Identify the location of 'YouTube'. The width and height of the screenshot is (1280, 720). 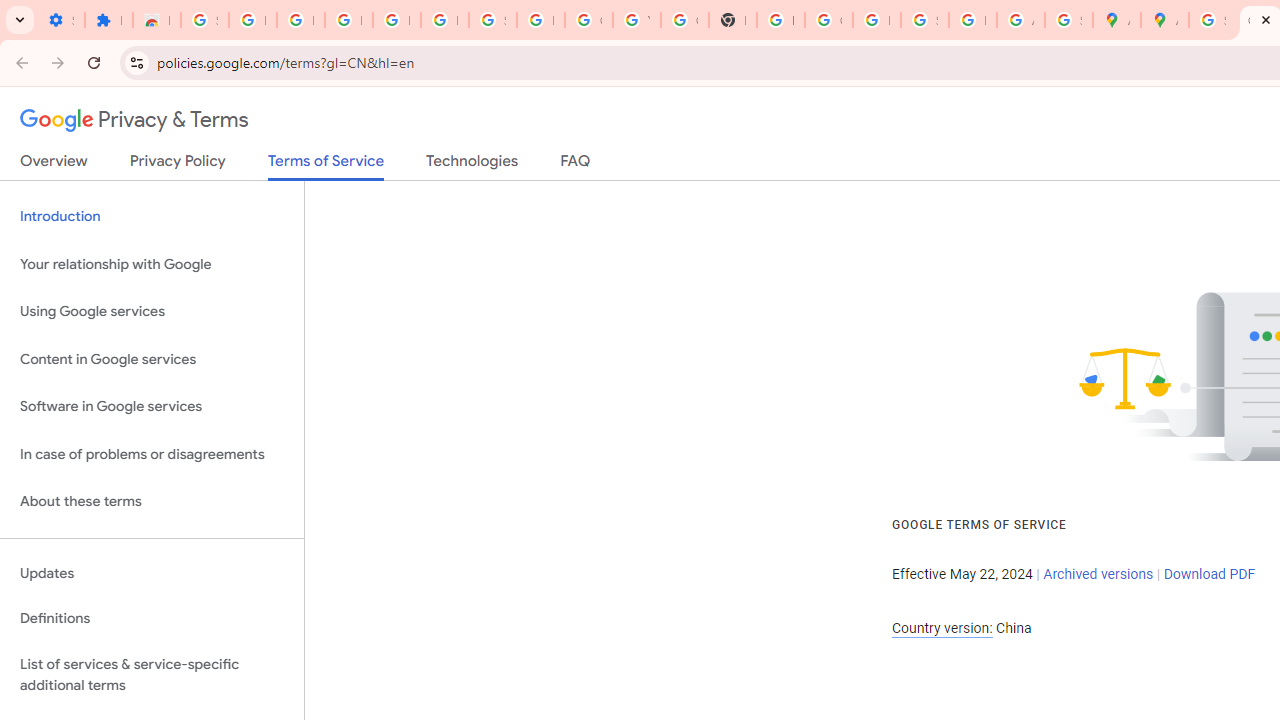
(635, 20).